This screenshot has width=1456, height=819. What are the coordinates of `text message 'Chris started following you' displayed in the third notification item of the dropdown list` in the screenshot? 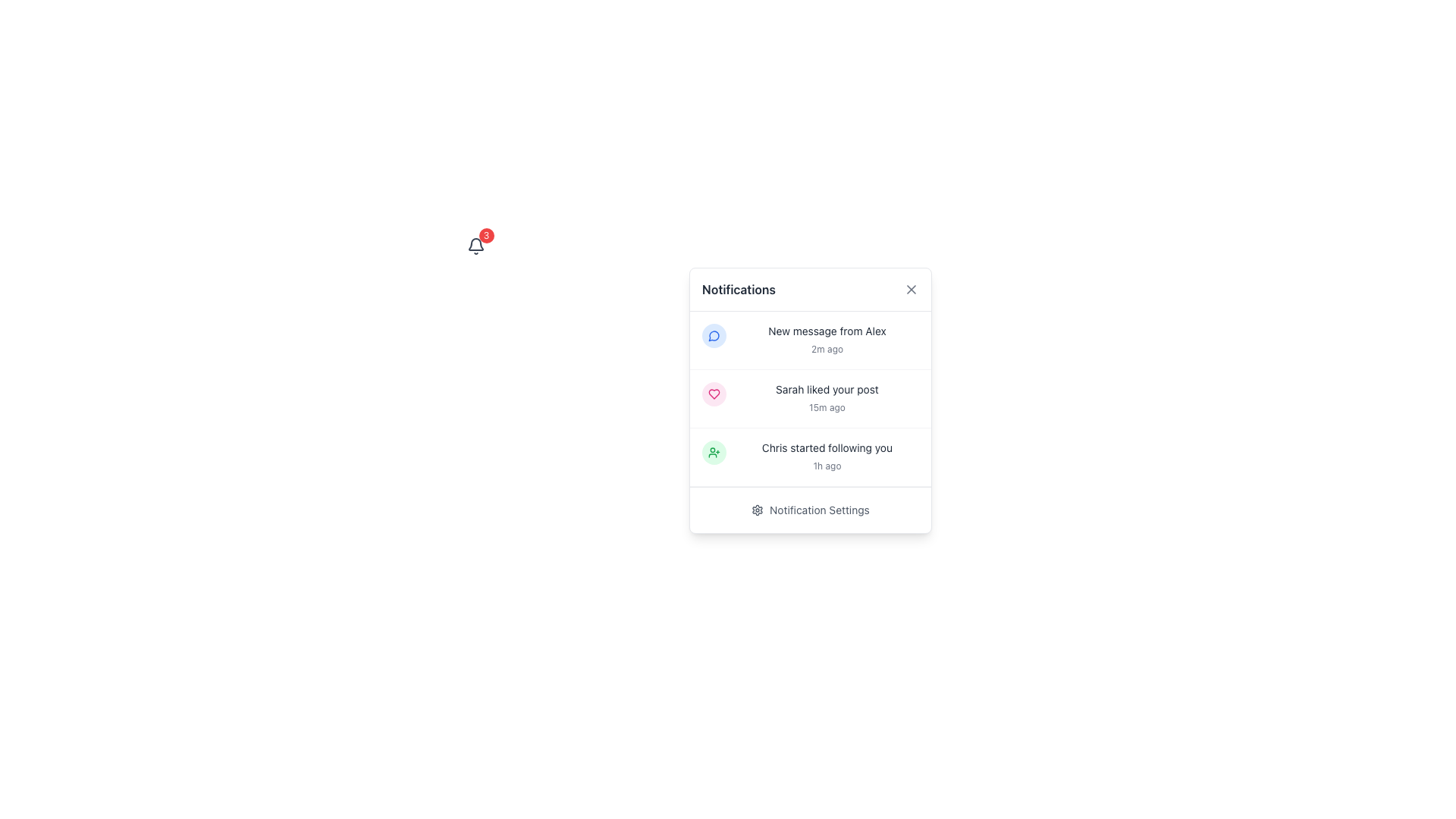 It's located at (826, 447).